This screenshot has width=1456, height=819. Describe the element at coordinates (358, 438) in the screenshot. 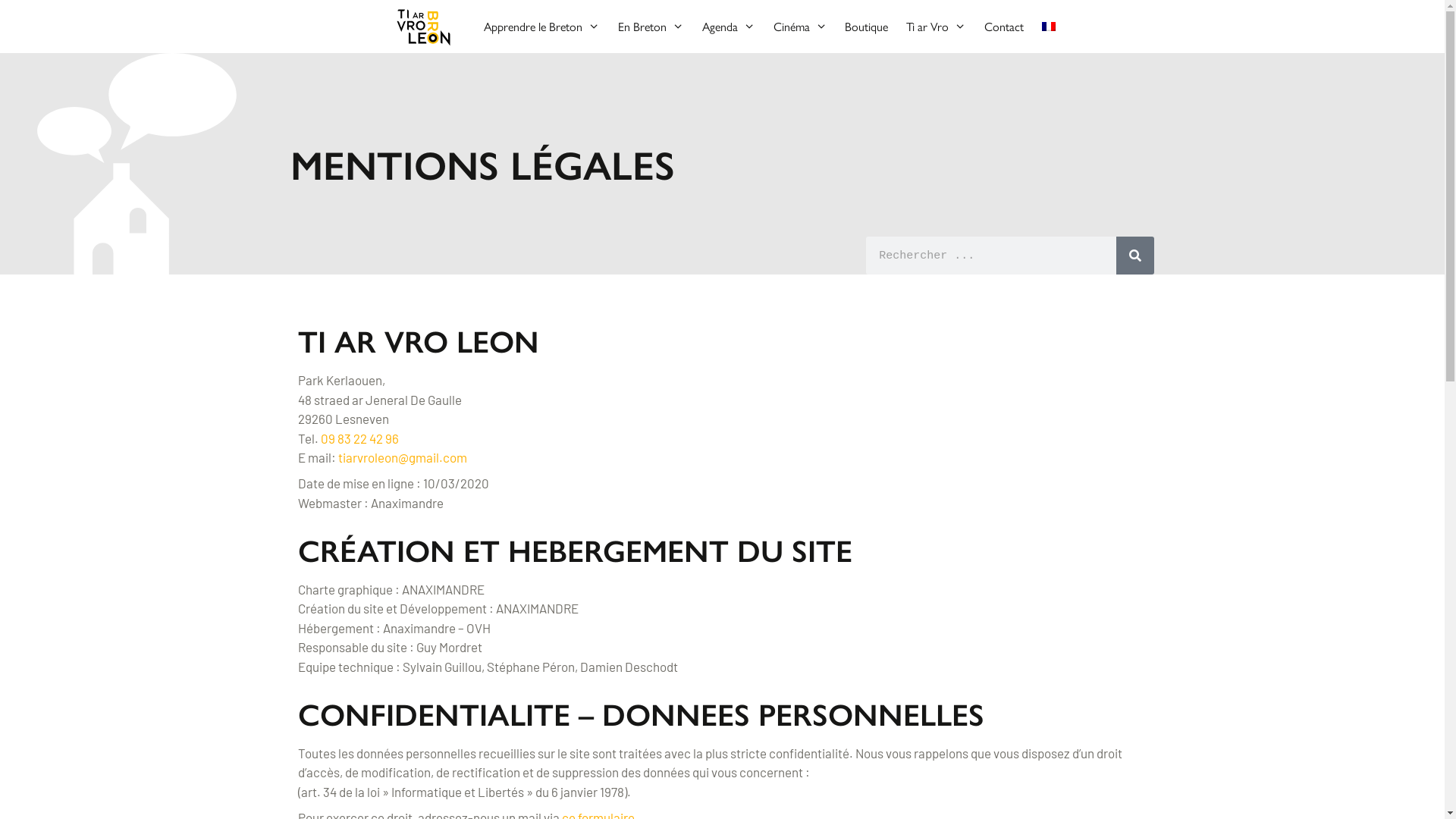

I see `'09 83 22 42 96'` at that location.